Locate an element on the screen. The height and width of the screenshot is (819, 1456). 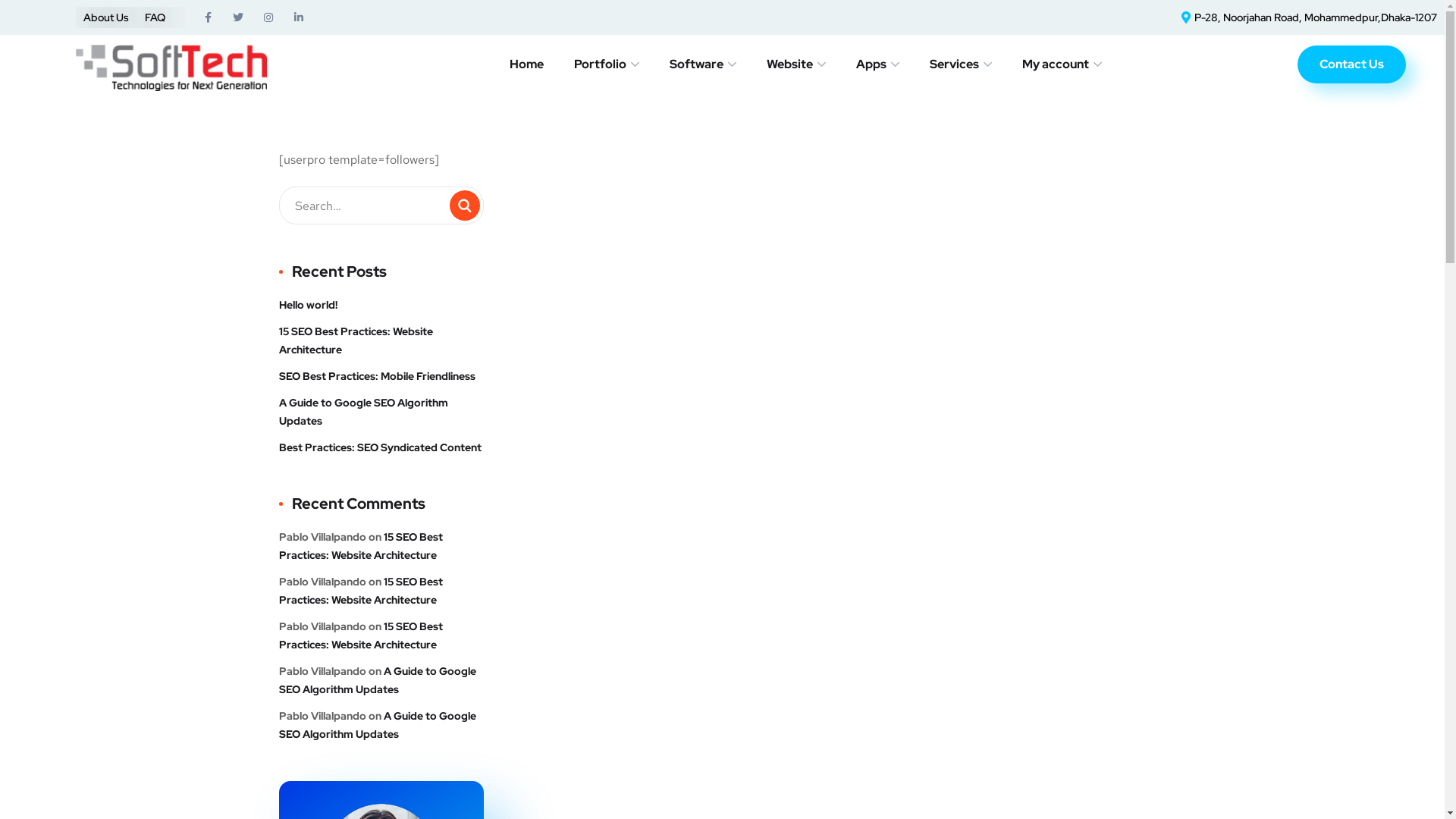
'P-28, Noorjahan Road, Mohammedpur,Dhaka-1207' is located at coordinates (1305, 17).